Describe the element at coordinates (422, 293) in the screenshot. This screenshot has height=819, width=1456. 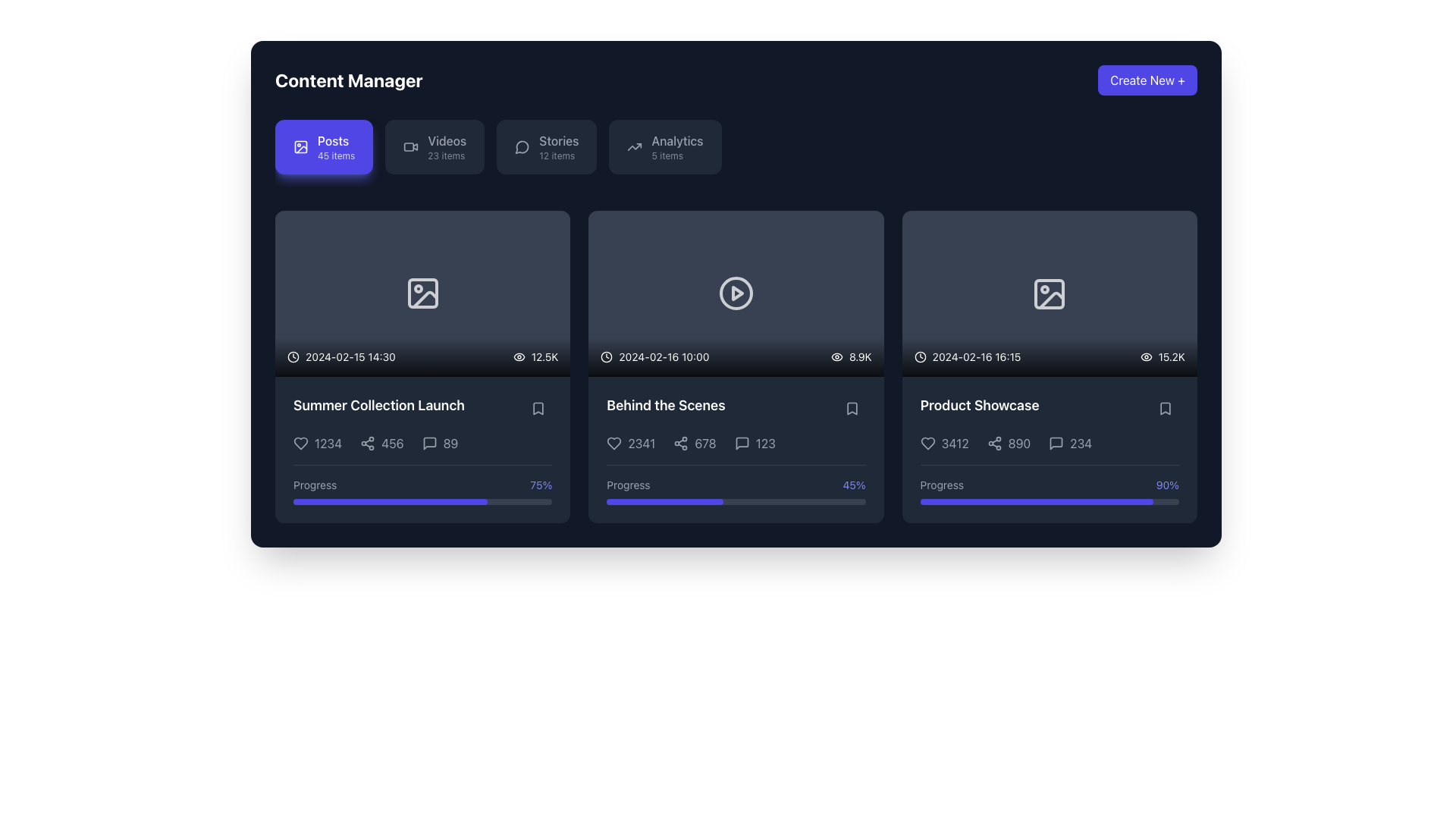
I see `the SVG-based decorative element located in the top-left of the middle card within the 'Behind the Scenes' content card heading section` at that location.